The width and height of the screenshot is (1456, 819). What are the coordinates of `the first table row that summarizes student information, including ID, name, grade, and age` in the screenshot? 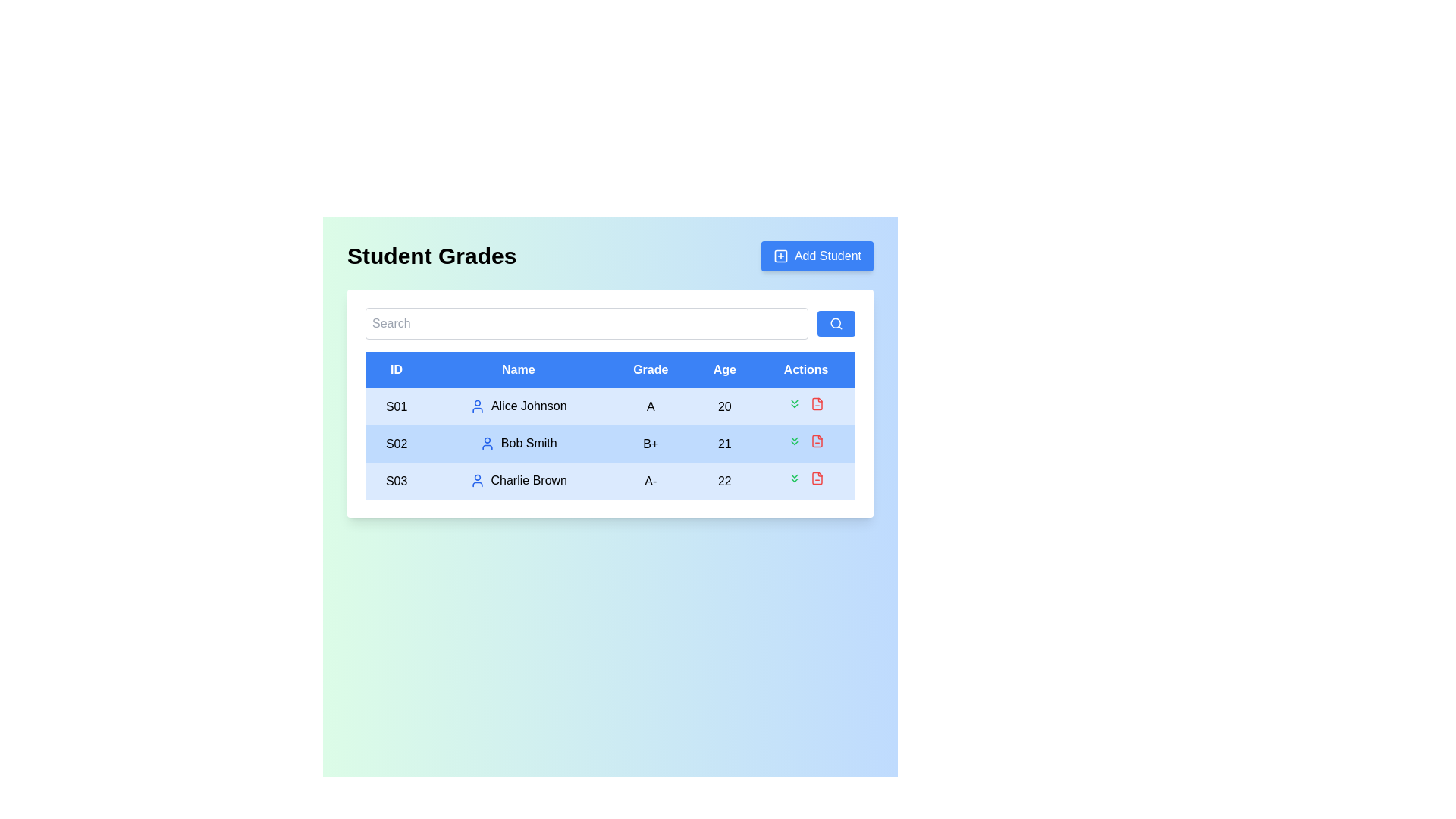 It's located at (610, 406).